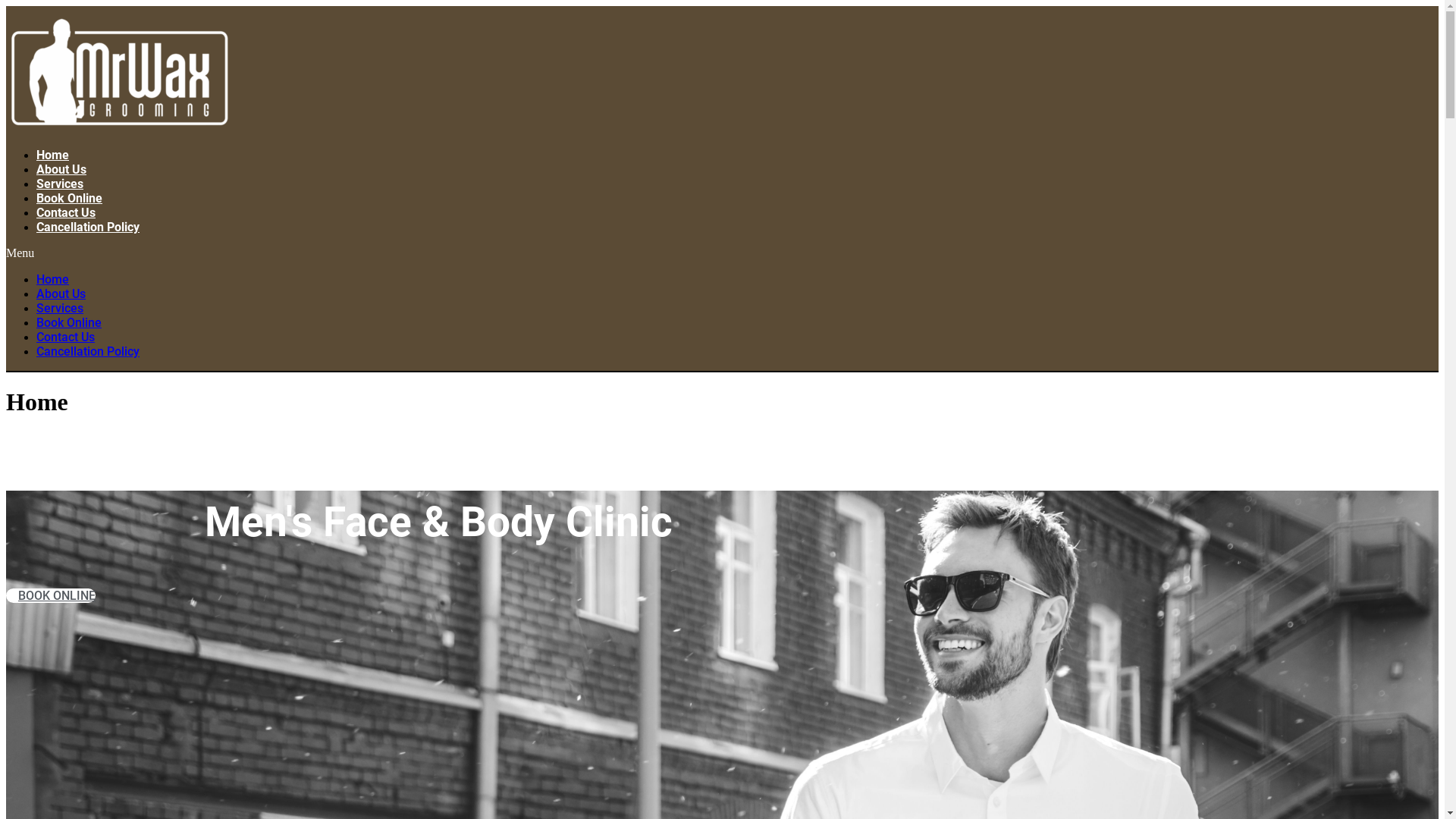 This screenshot has height=819, width=1456. Describe the element at coordinates (36, 307) in the screenshot. I see `'Services'` at that location.